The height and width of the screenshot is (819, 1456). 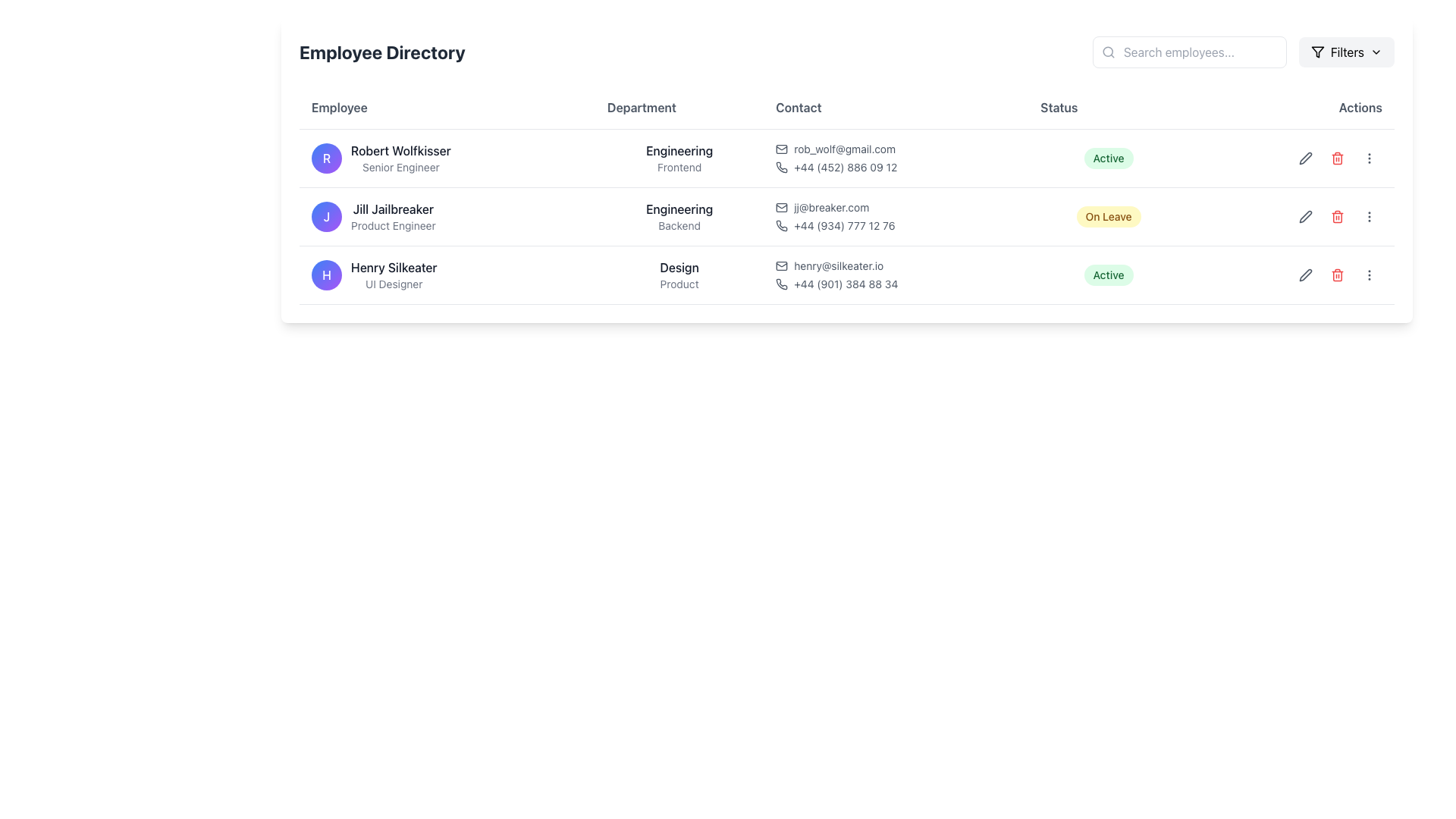 What do you see at coordinates (896, 216) in the screenshot?
I see `the contact details of employee Jill Jailbreaker, which includes their email and phone number, located in the 'Contact' column of the second row in the table-like grid` at bounding box center [896, 216].